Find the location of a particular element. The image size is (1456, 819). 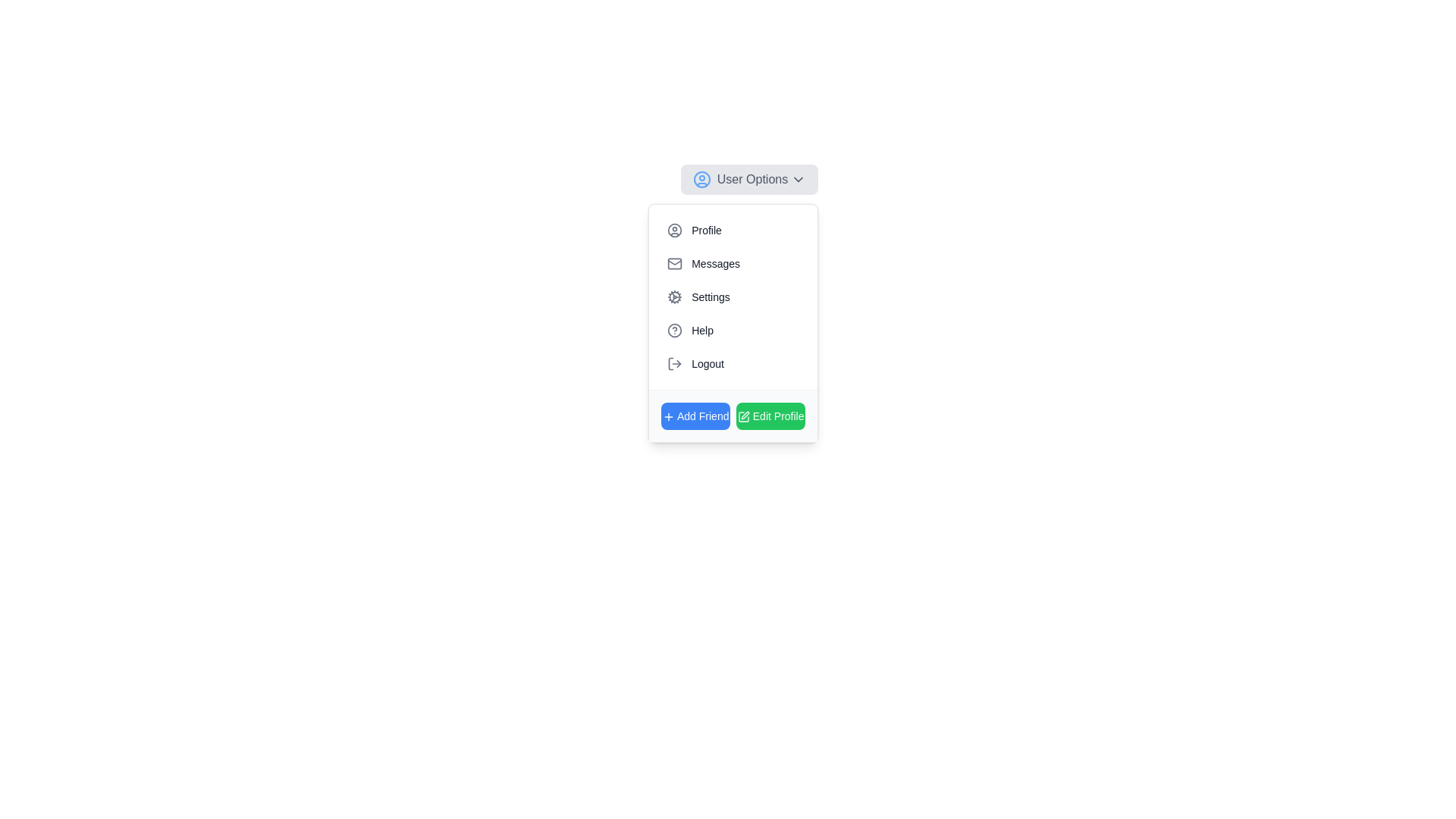

the area surrounding the user profile icon, which is a blue circular icon located to the left of the 'User Options' label, to interact with the dropdown menu is located at coordinates (701, 178).